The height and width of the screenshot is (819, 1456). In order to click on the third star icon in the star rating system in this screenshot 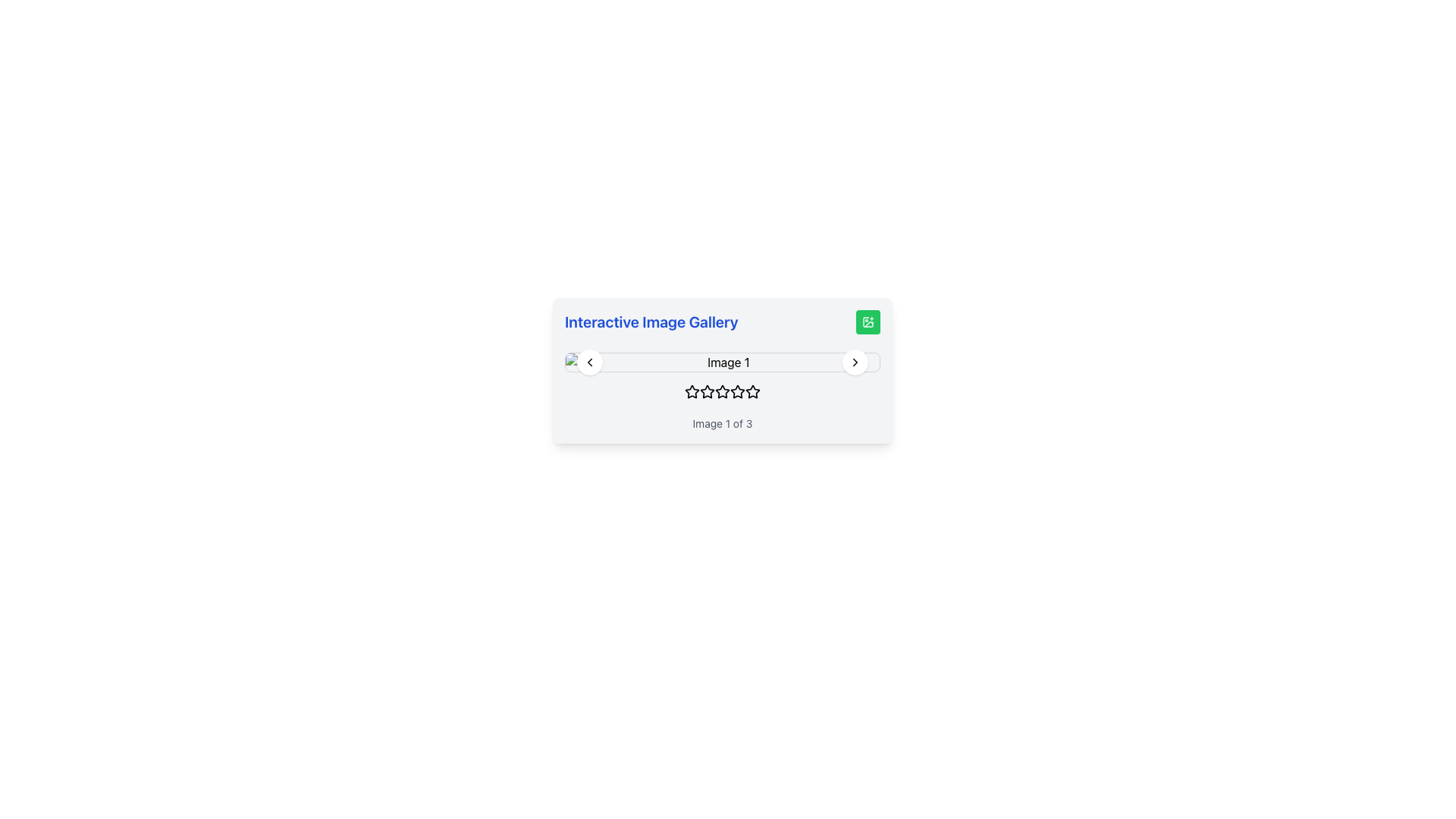, I will do `click(722, 391)`.